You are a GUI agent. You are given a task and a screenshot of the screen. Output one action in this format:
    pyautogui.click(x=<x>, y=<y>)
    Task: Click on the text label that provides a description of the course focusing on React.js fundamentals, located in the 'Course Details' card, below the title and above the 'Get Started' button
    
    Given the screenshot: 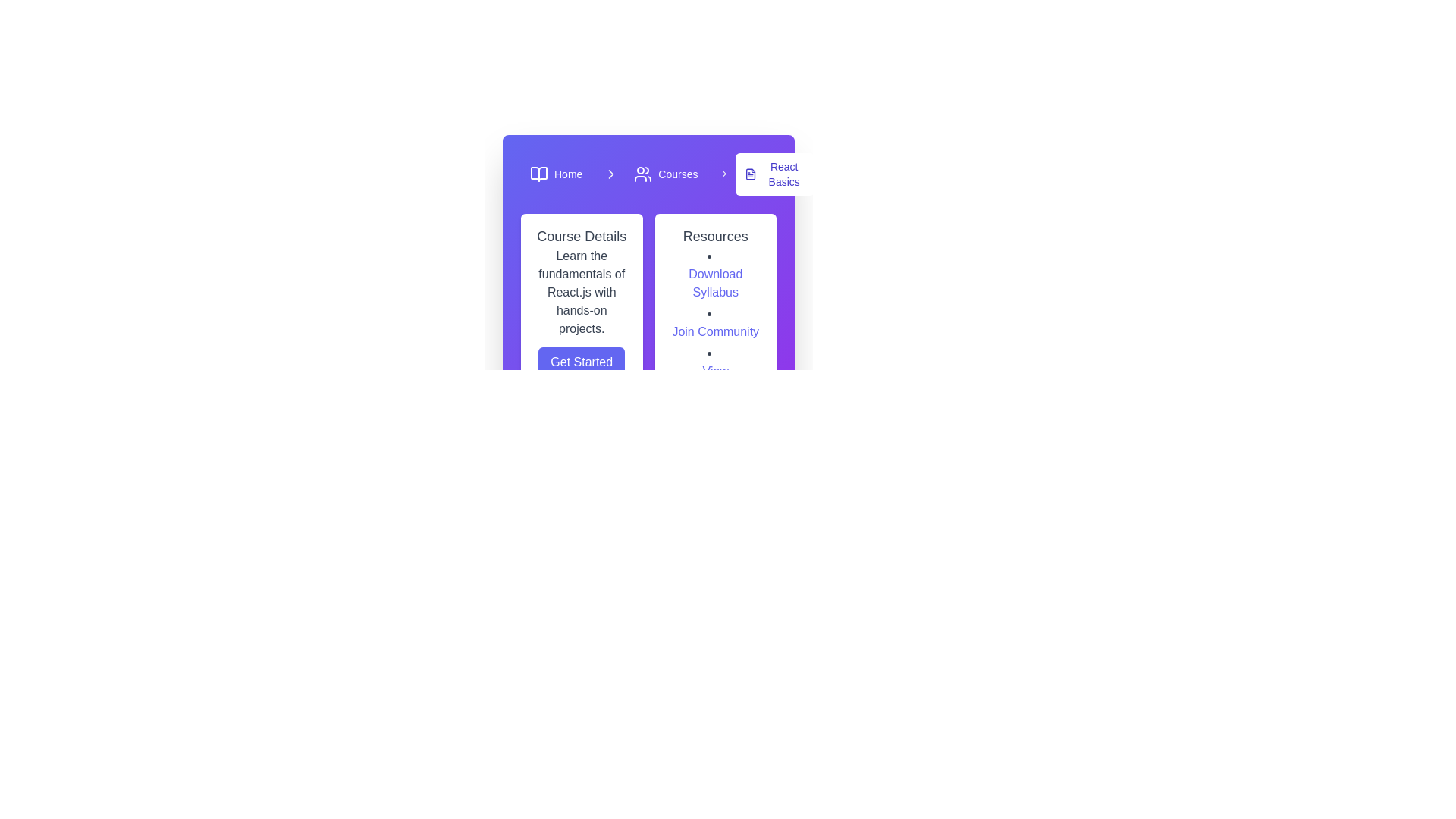 What is the action you would take?
    pyautogui.click(x=581, y=292)
    